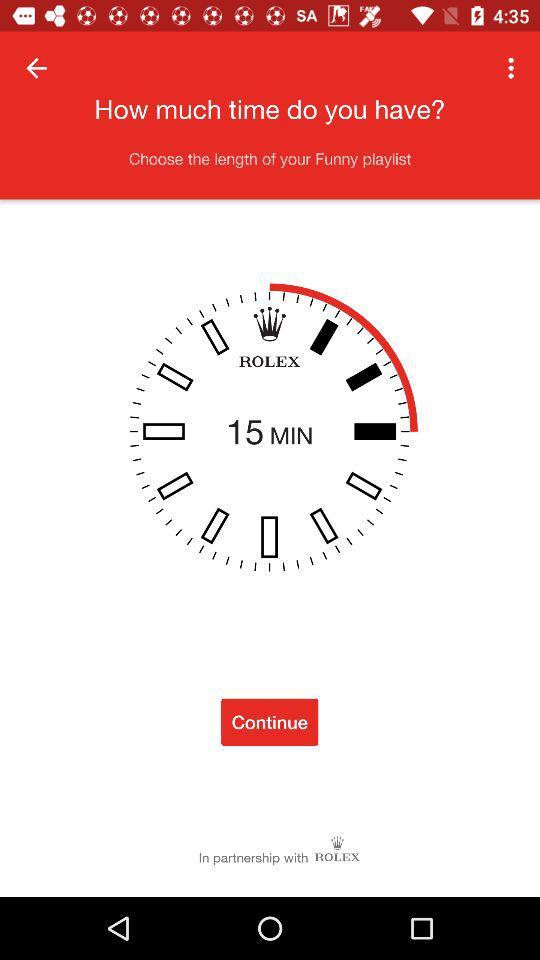 This screenshot has height=960, width=540. Describe the element at coordinates (513, 68) in the screenshot. I see `the item at the top right corner` at that location.